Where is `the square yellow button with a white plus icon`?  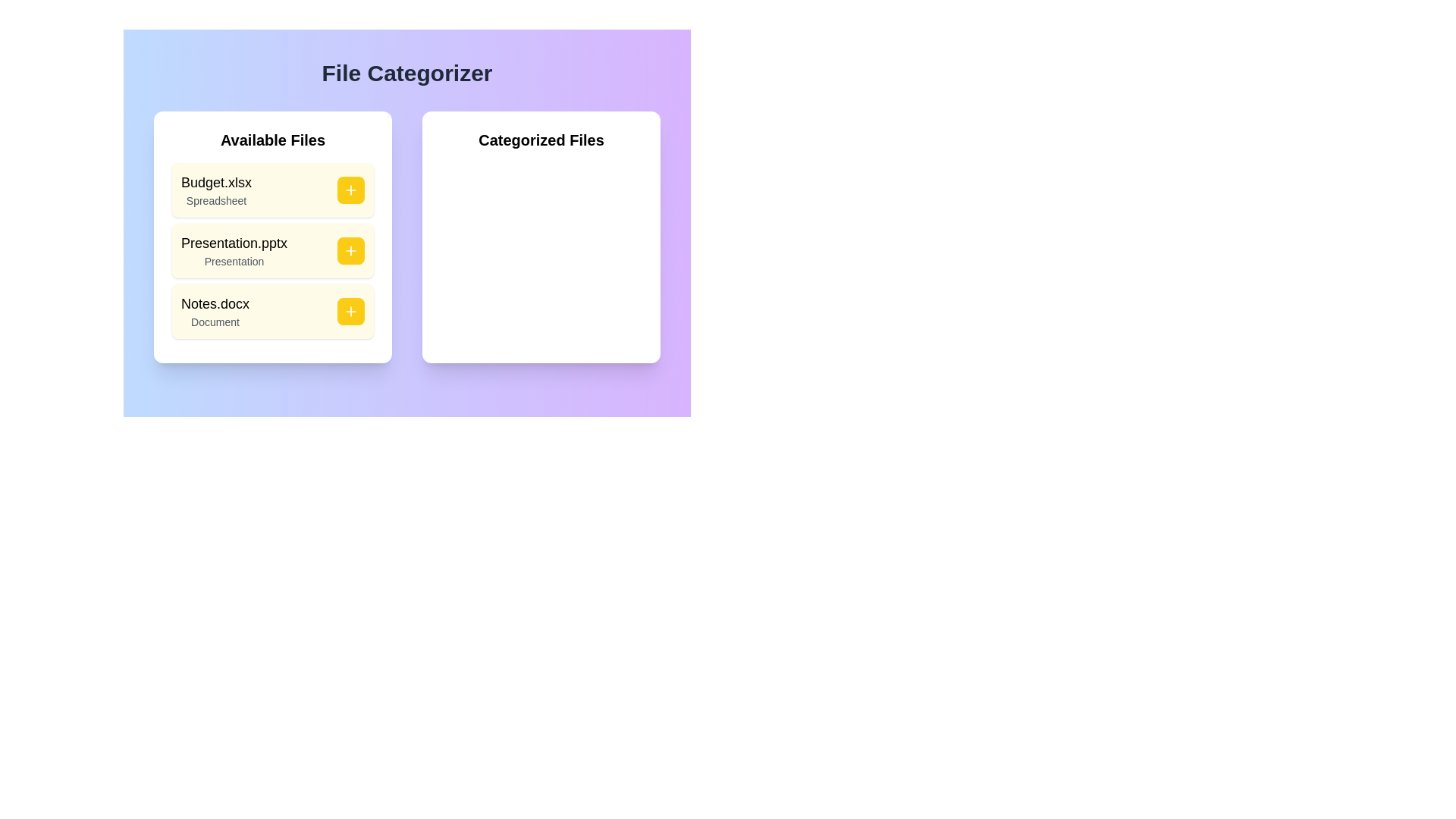 the square yellow button with a white plus icon is located at coordinates (350, 189).